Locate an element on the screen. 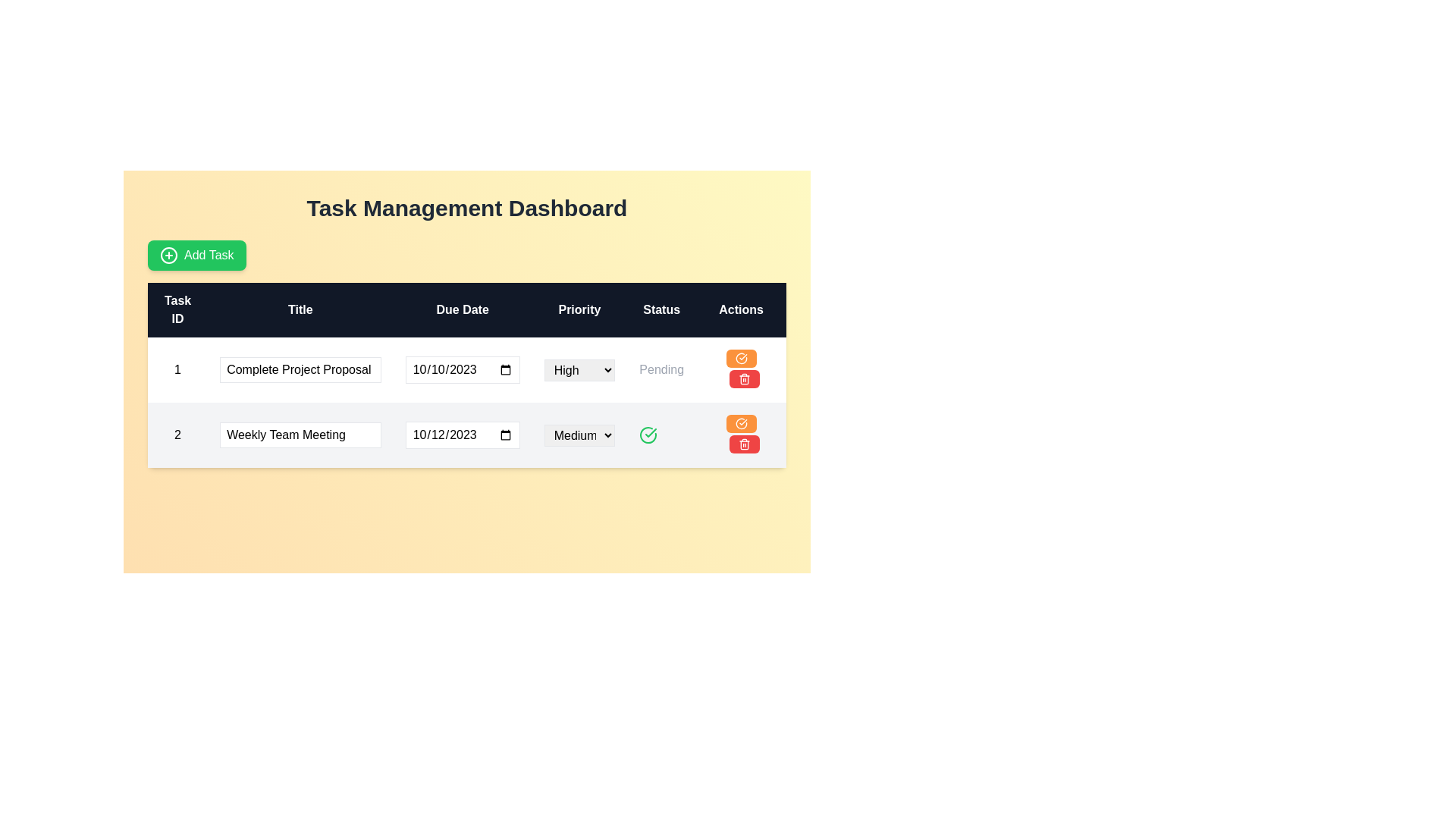 The image size is (1456, 819). the green checkmark icon in the Status column of the second row of the task table, which indicates a positive confirmation is located at coordinates (648, 435).